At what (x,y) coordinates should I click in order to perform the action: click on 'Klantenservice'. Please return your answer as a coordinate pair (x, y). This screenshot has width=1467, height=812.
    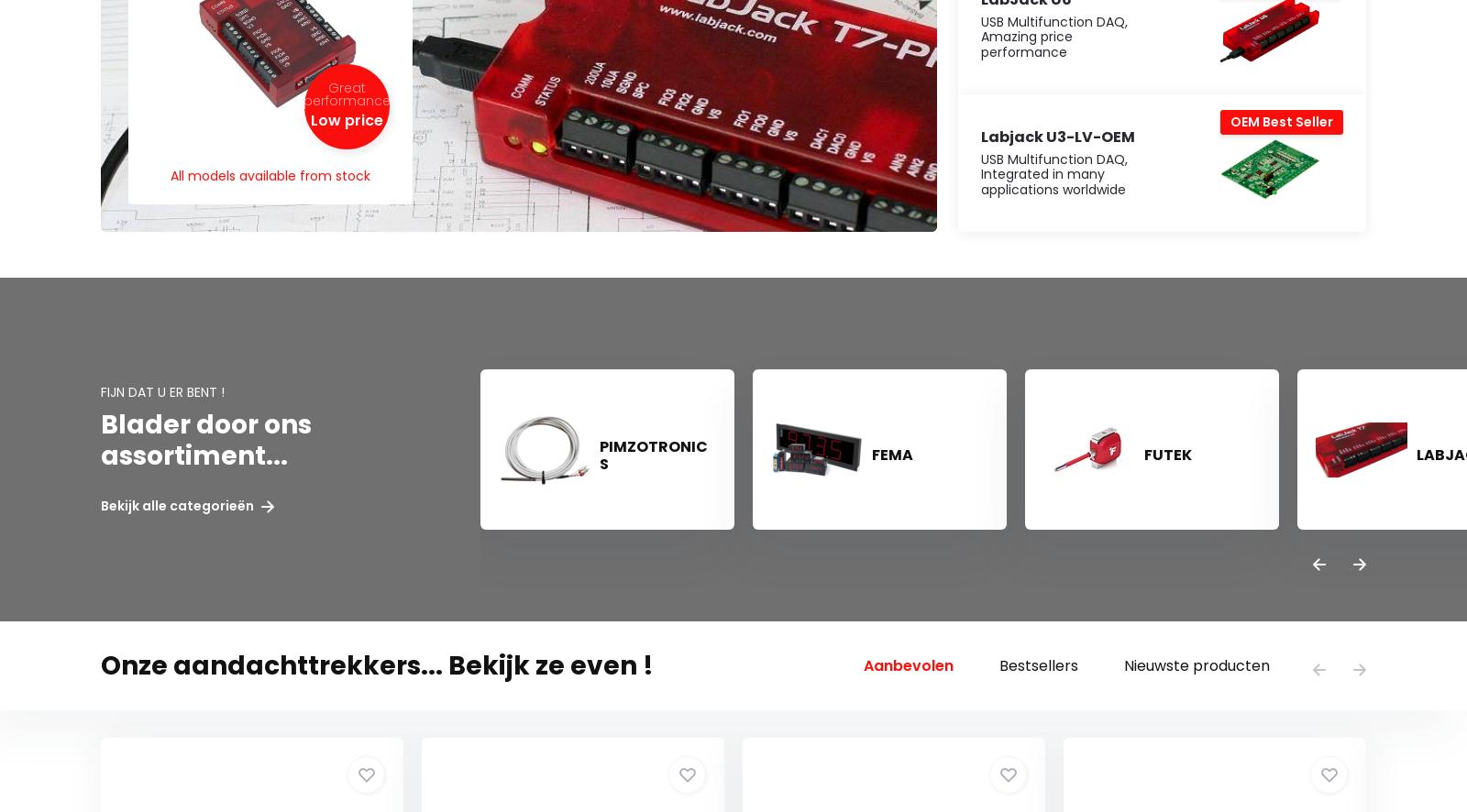
    Looking at the image, I should click on (159, 314).